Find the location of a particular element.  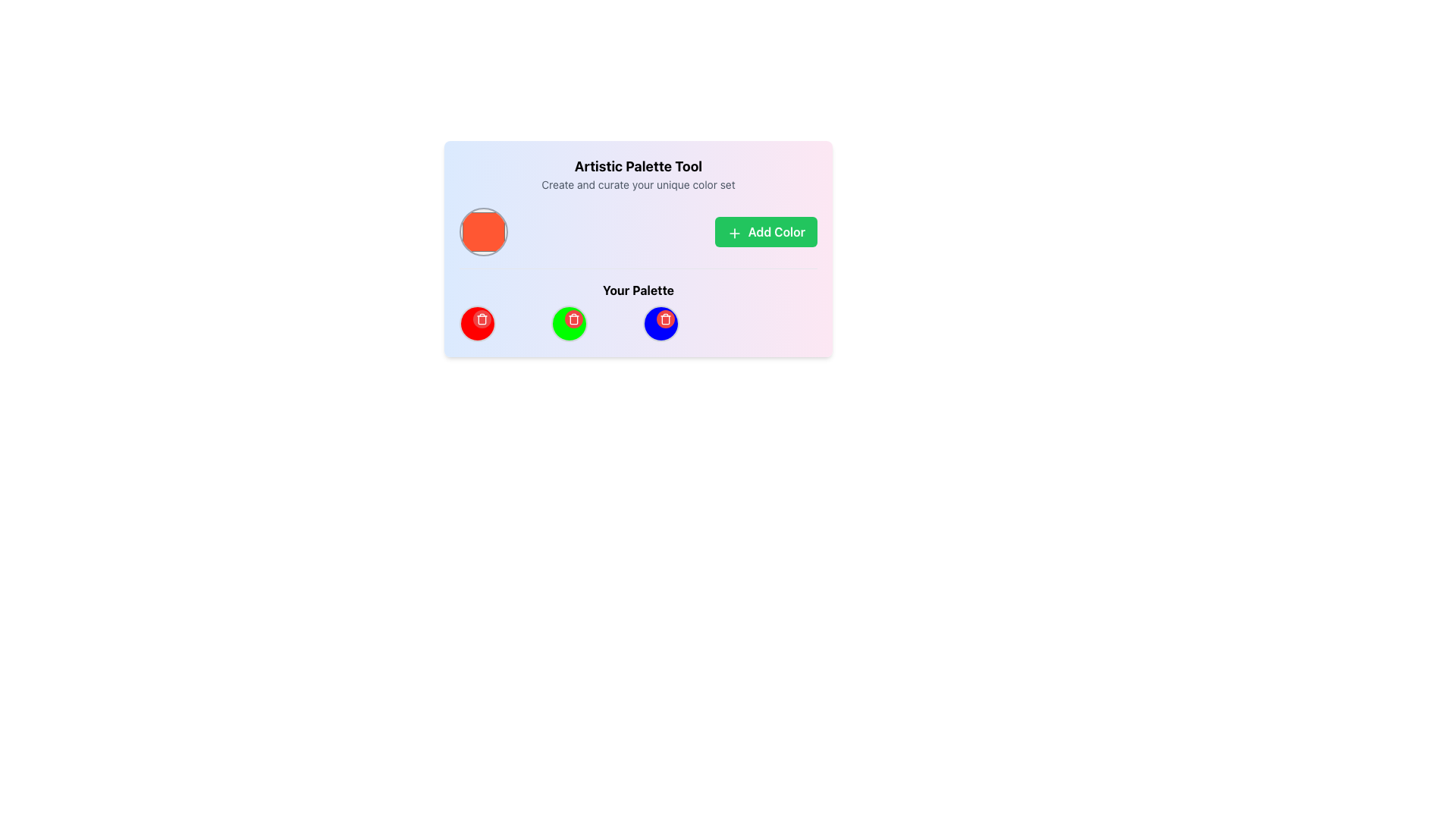

the trash can icon nested within the red circular button in the bottom row labeled 'Your Palette' is located at coordinates (666, 318).